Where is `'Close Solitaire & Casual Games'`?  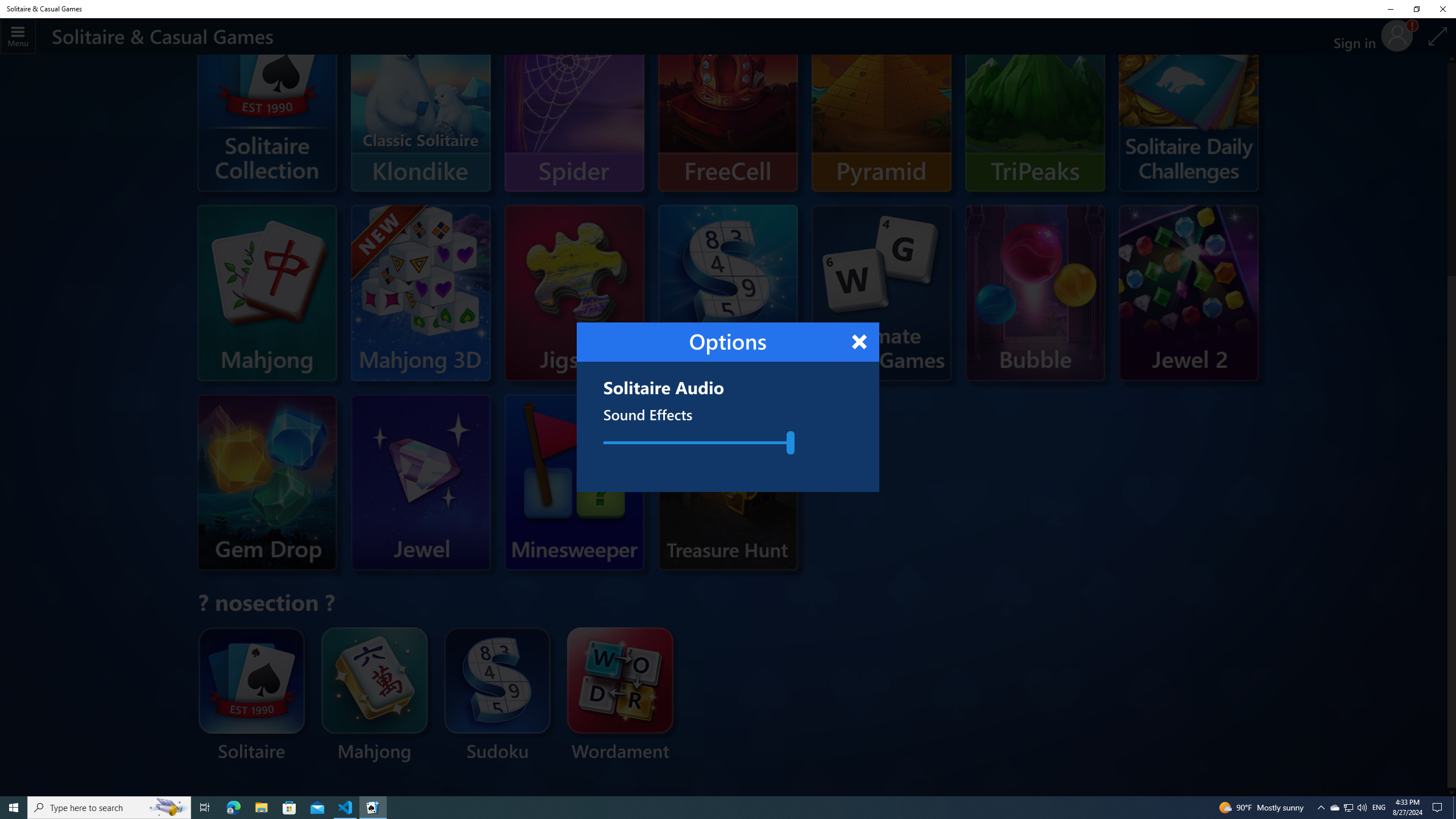
'Close Solitaire & Casual Games' is located at coordinates (1442, 9).